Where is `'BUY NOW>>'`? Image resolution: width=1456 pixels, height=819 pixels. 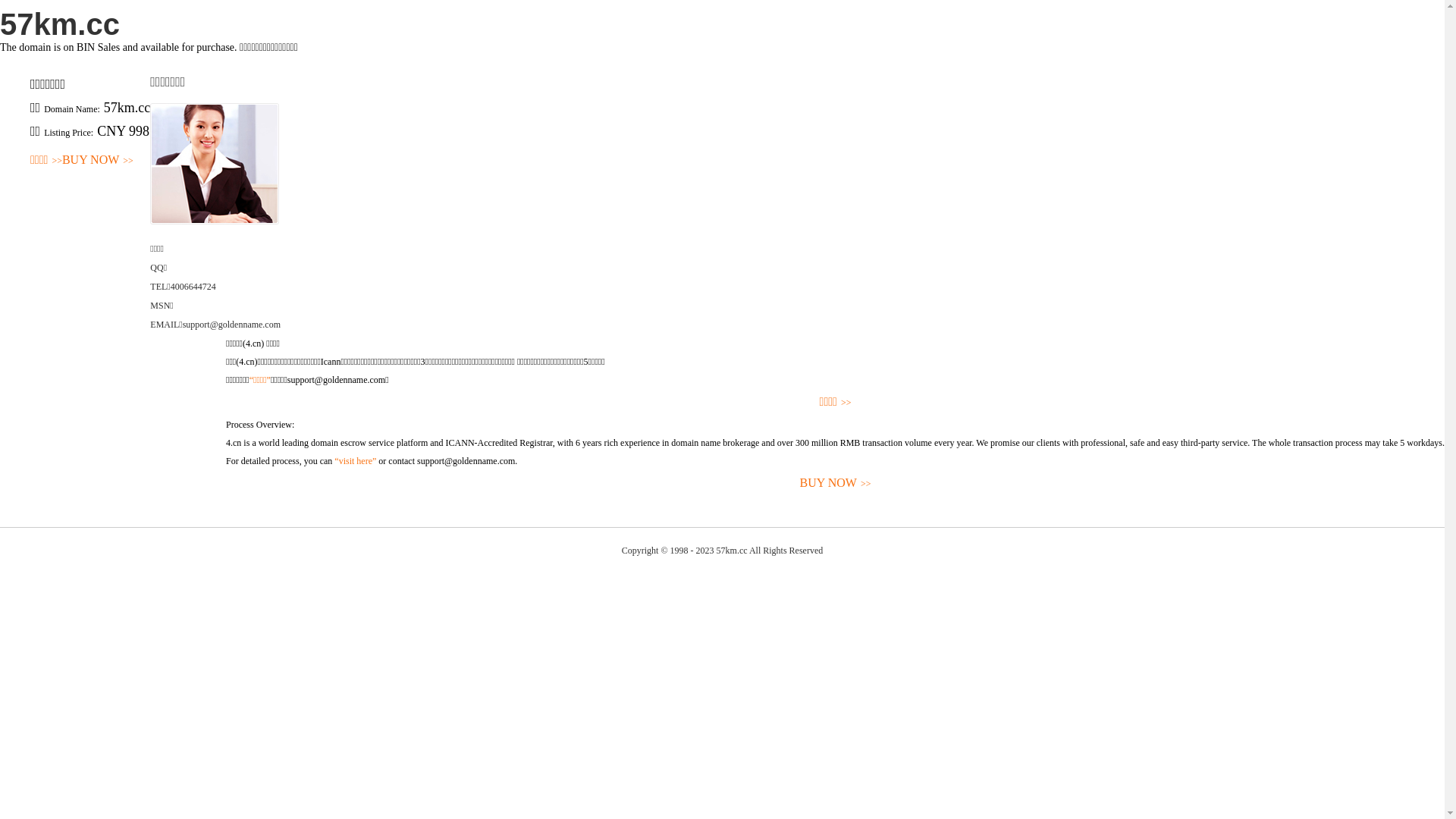 'BUY NOW>>' is located at coordinates (97, 160).